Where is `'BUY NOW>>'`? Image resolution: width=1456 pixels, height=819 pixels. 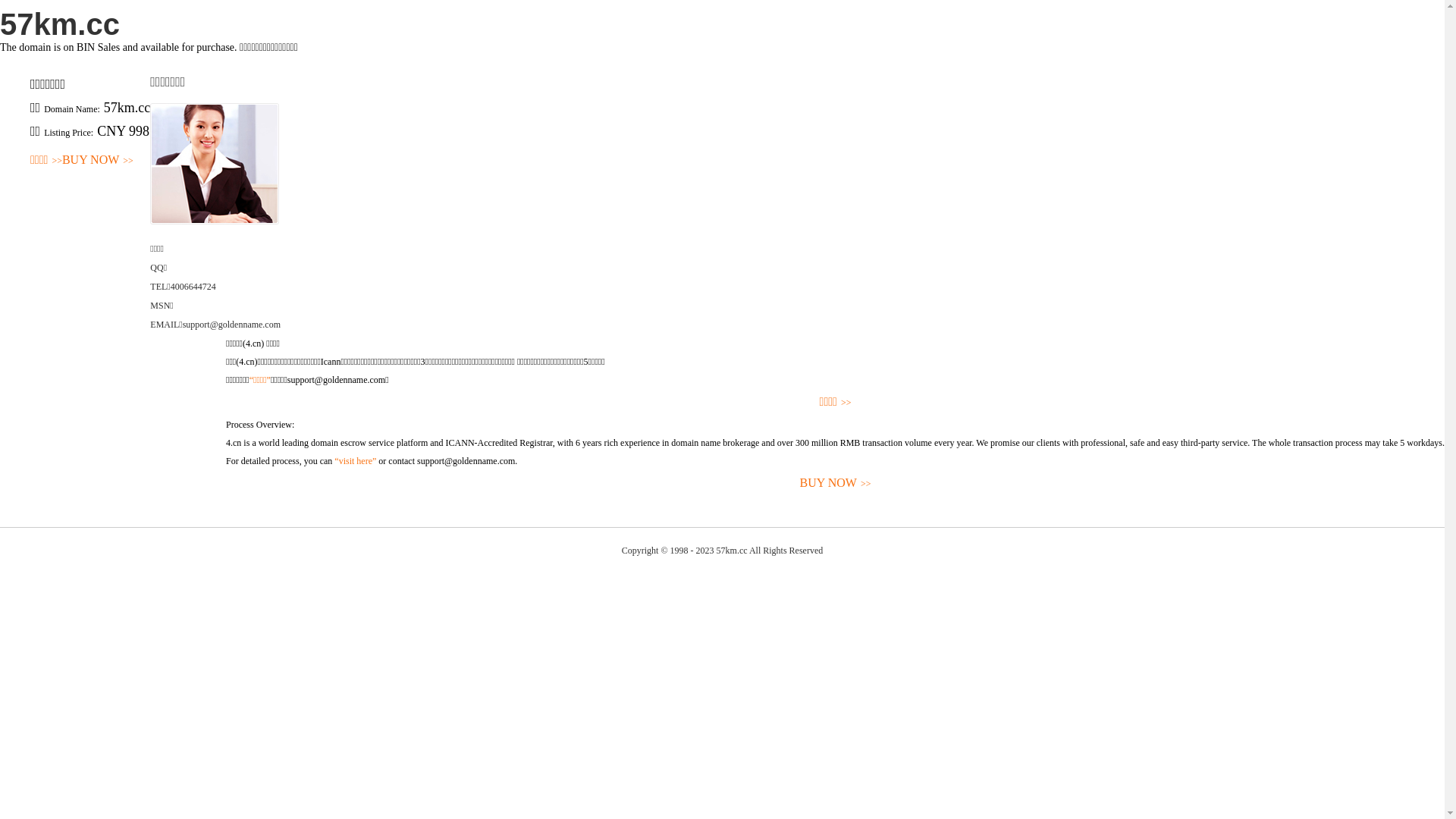 'BUY NOW>>' is located at coordinates (97, 160).